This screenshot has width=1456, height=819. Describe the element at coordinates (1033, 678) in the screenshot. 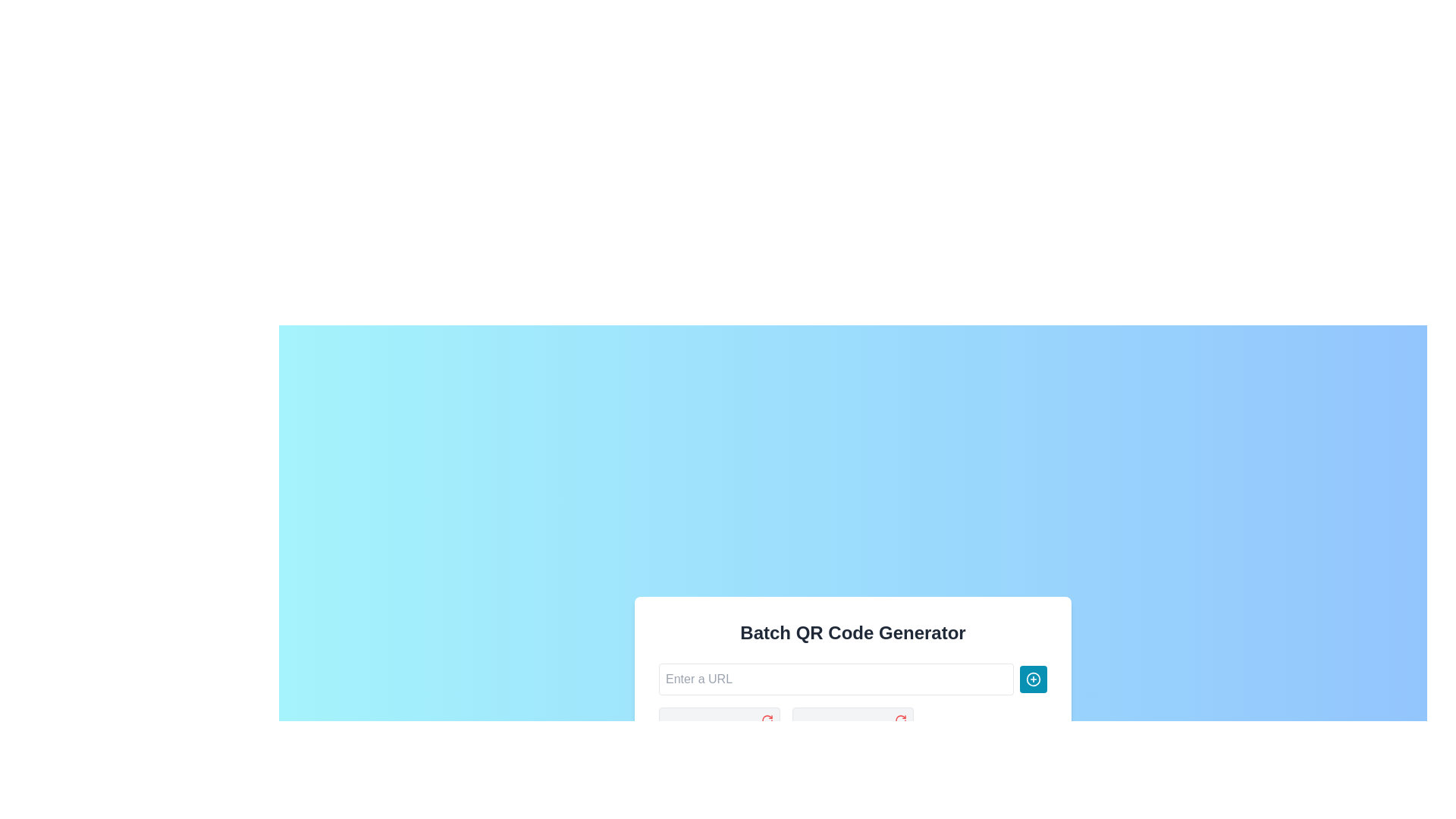

I see `the '+' icon enclosed in a circular button with a cyan background located in the top-right corner of the QR code generation section` at that location.